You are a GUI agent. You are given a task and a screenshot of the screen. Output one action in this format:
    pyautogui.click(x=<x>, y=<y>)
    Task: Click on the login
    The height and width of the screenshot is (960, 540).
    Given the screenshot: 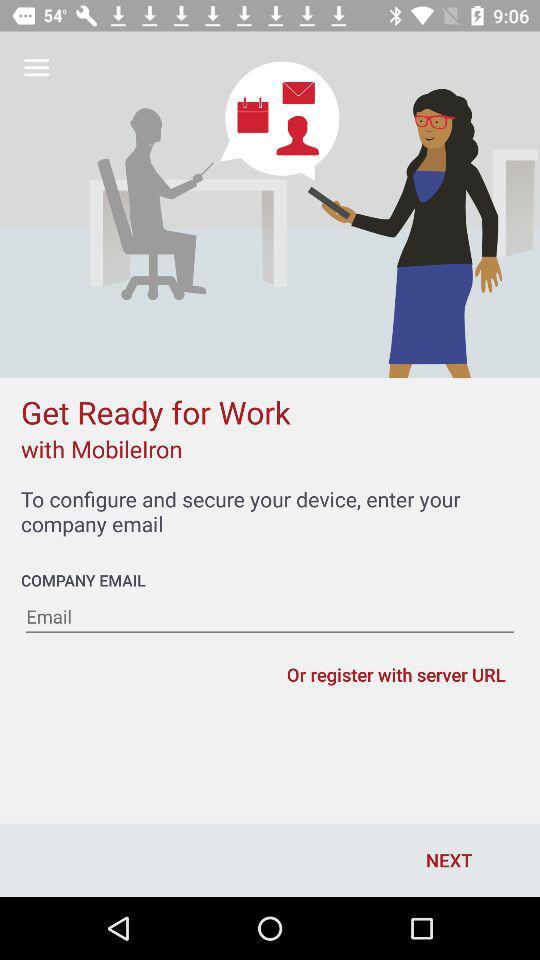 What is the action you would take?
    pyautogui.click(x=270, y=616)
    